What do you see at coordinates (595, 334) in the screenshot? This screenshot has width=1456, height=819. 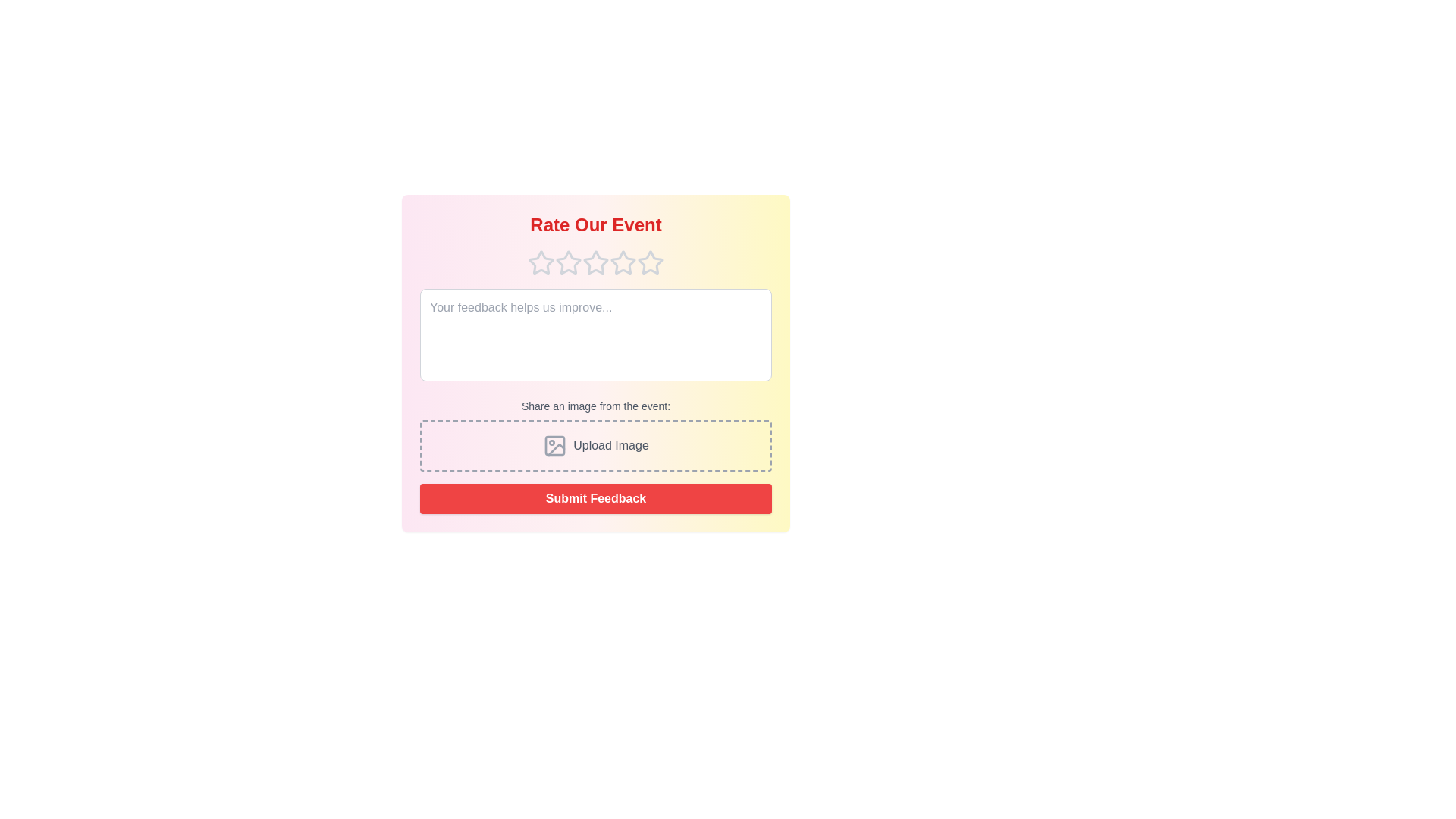 I see `the text area and type the feedback` at bounding box center [595, 334].